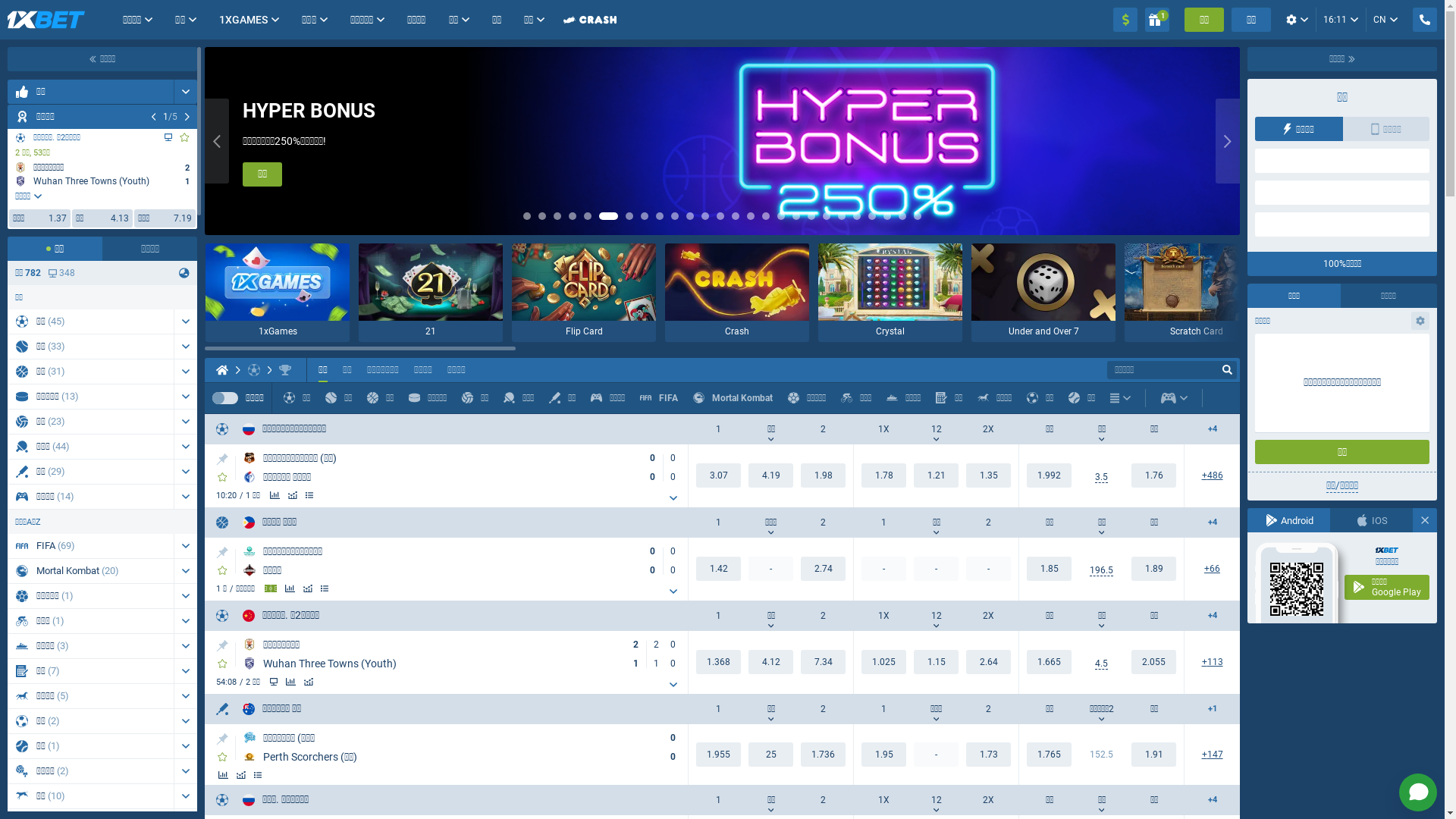  Describe the element at coordinates (1101, 663) in the screenshot. I see `'4.5'` at that location.